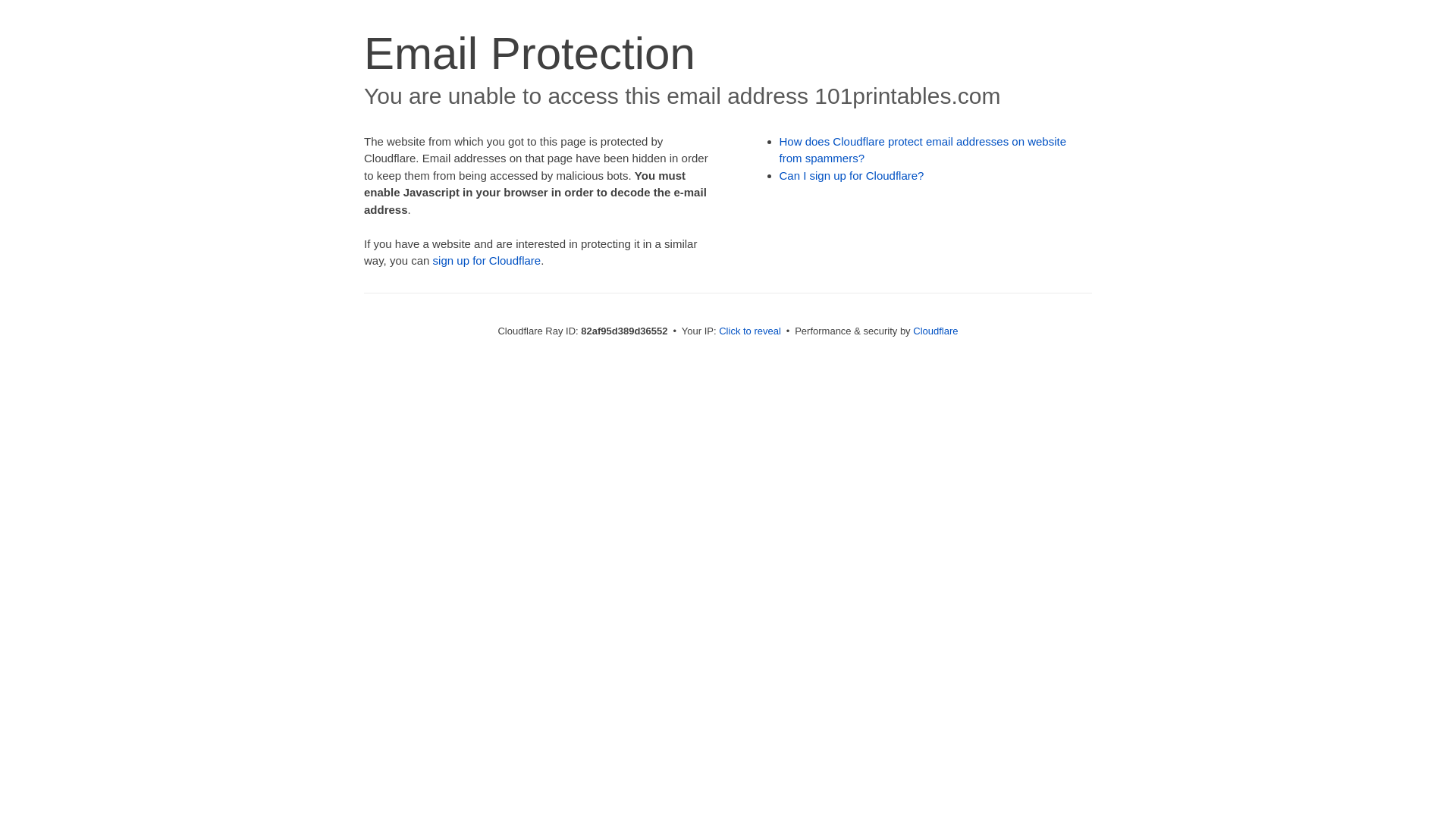  Describe the element at coordinates (852, 174) in the screenshot. I see `'Can I sign up for Cloudflare?'` at that location.